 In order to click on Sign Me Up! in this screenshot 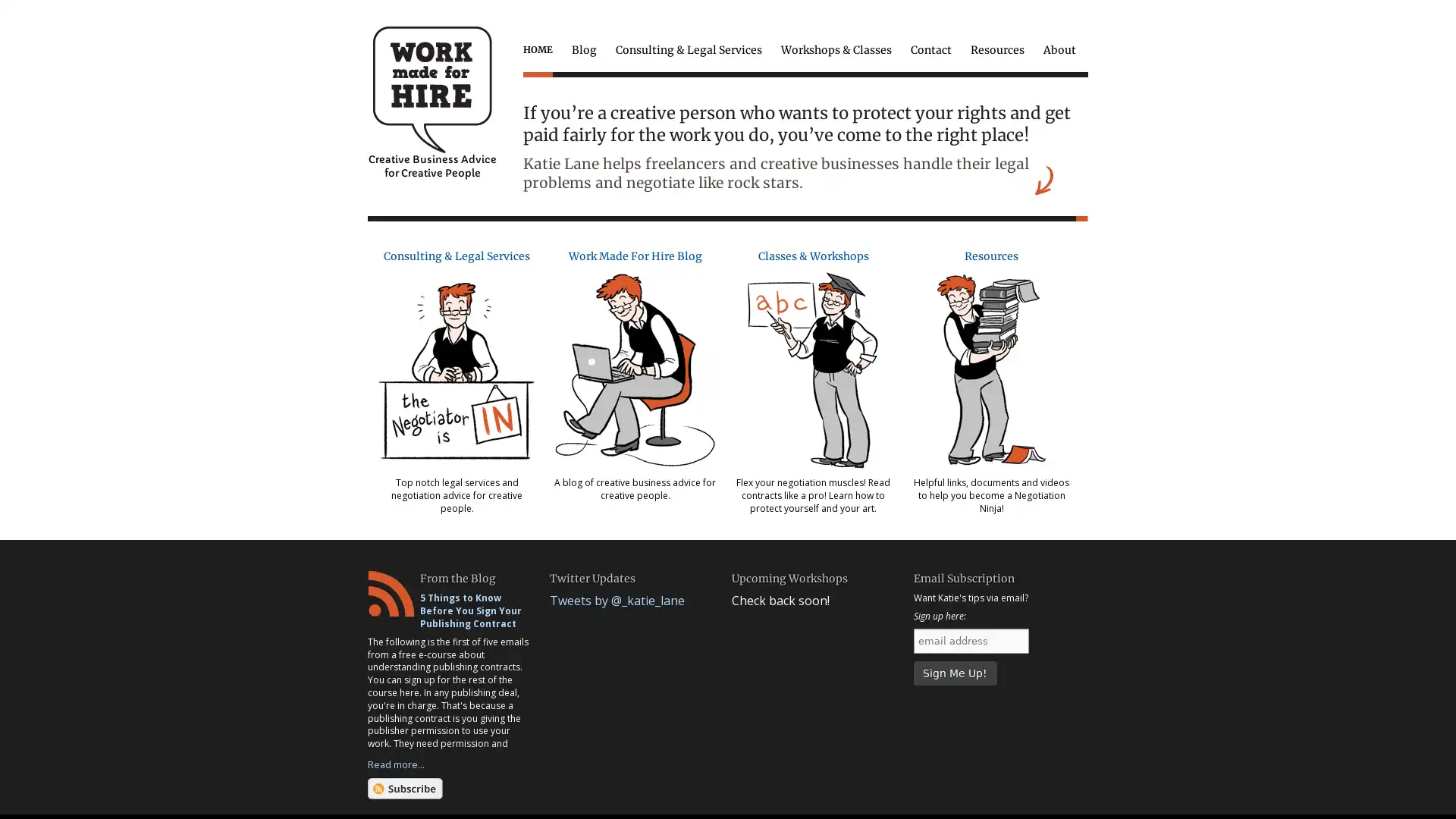, I will do `click(953, 672)`.